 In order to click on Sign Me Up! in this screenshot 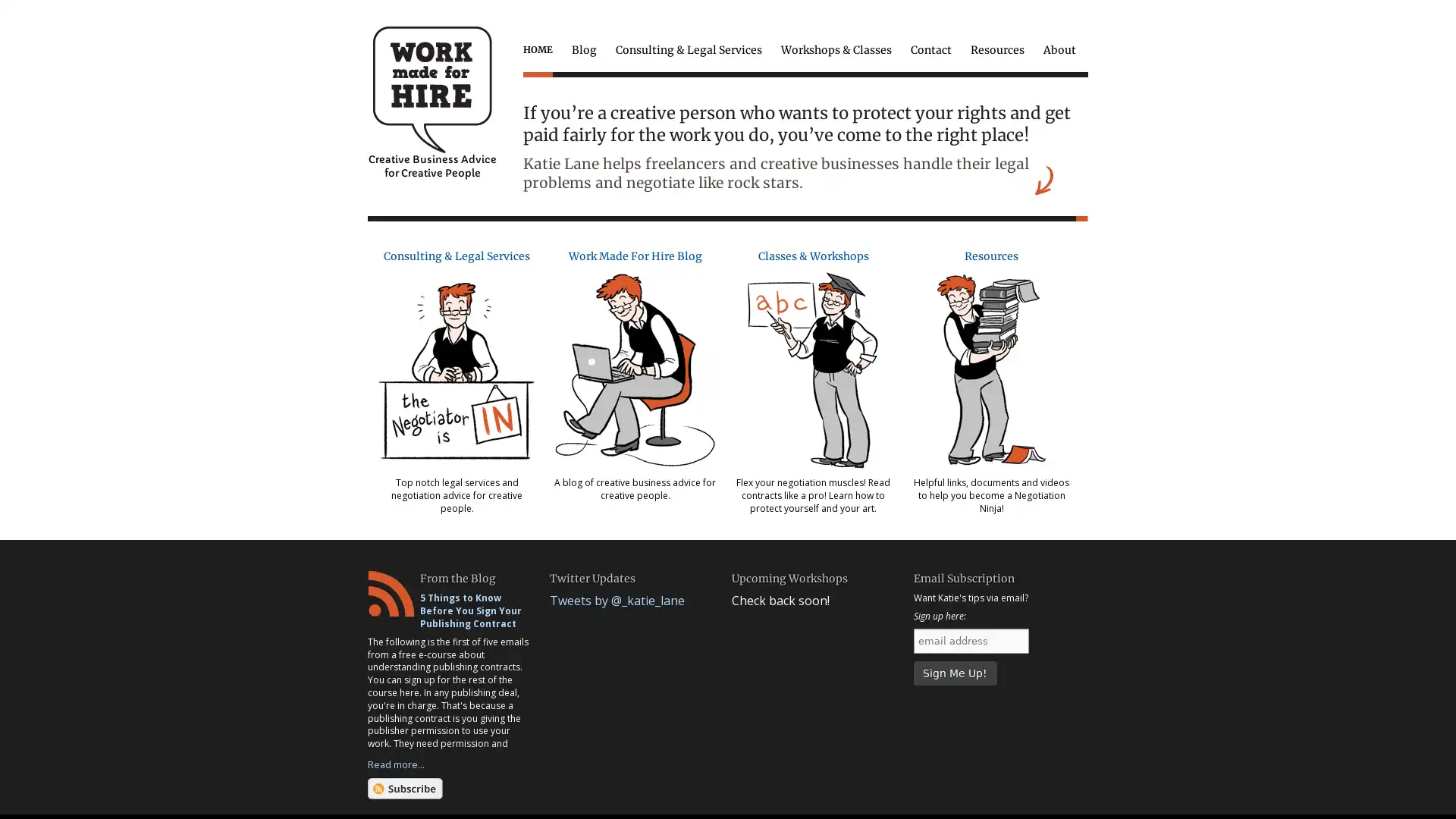, I will do `click(953, 672)`.